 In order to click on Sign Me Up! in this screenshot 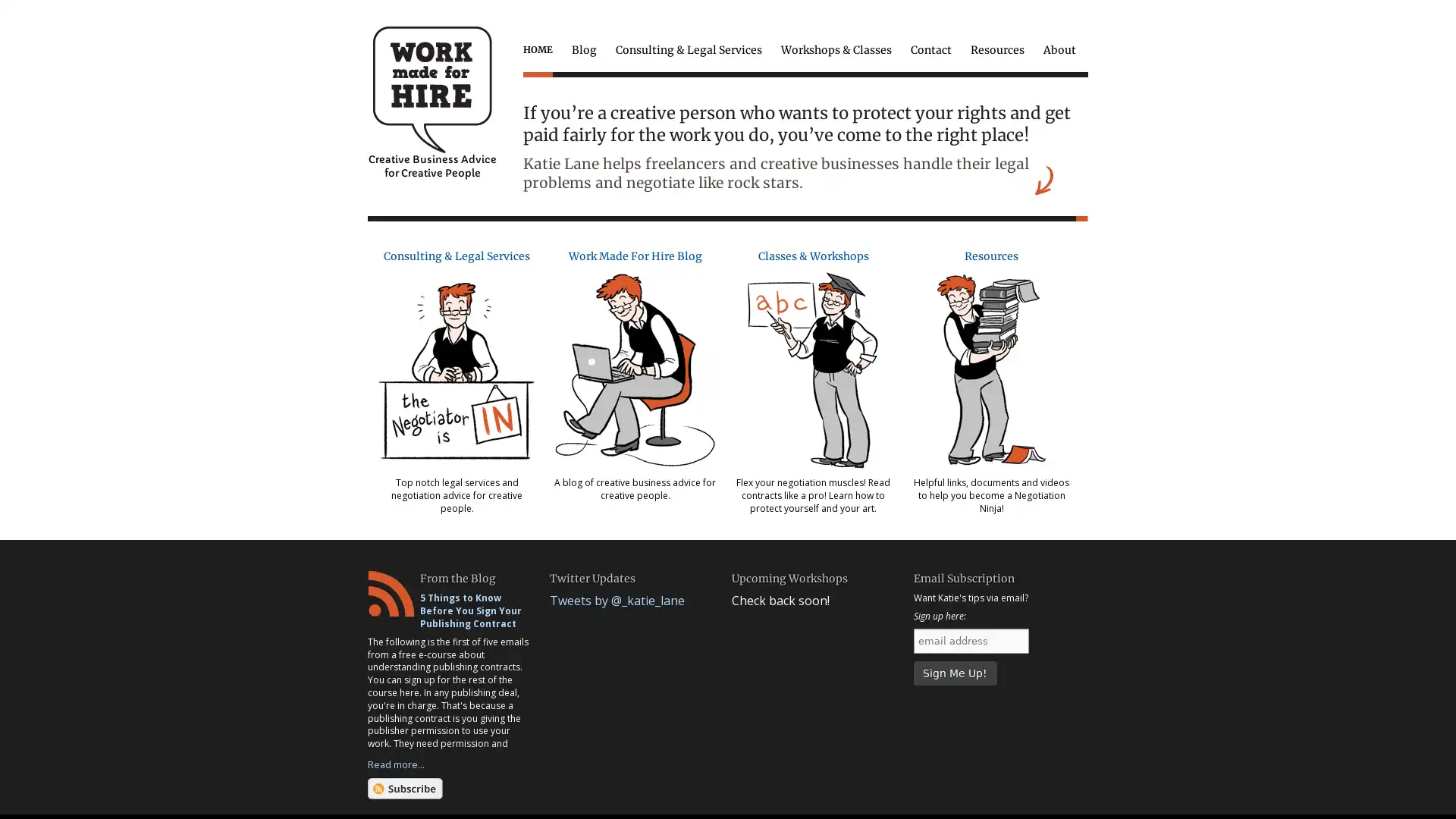, I will do `click(953, 672)`.